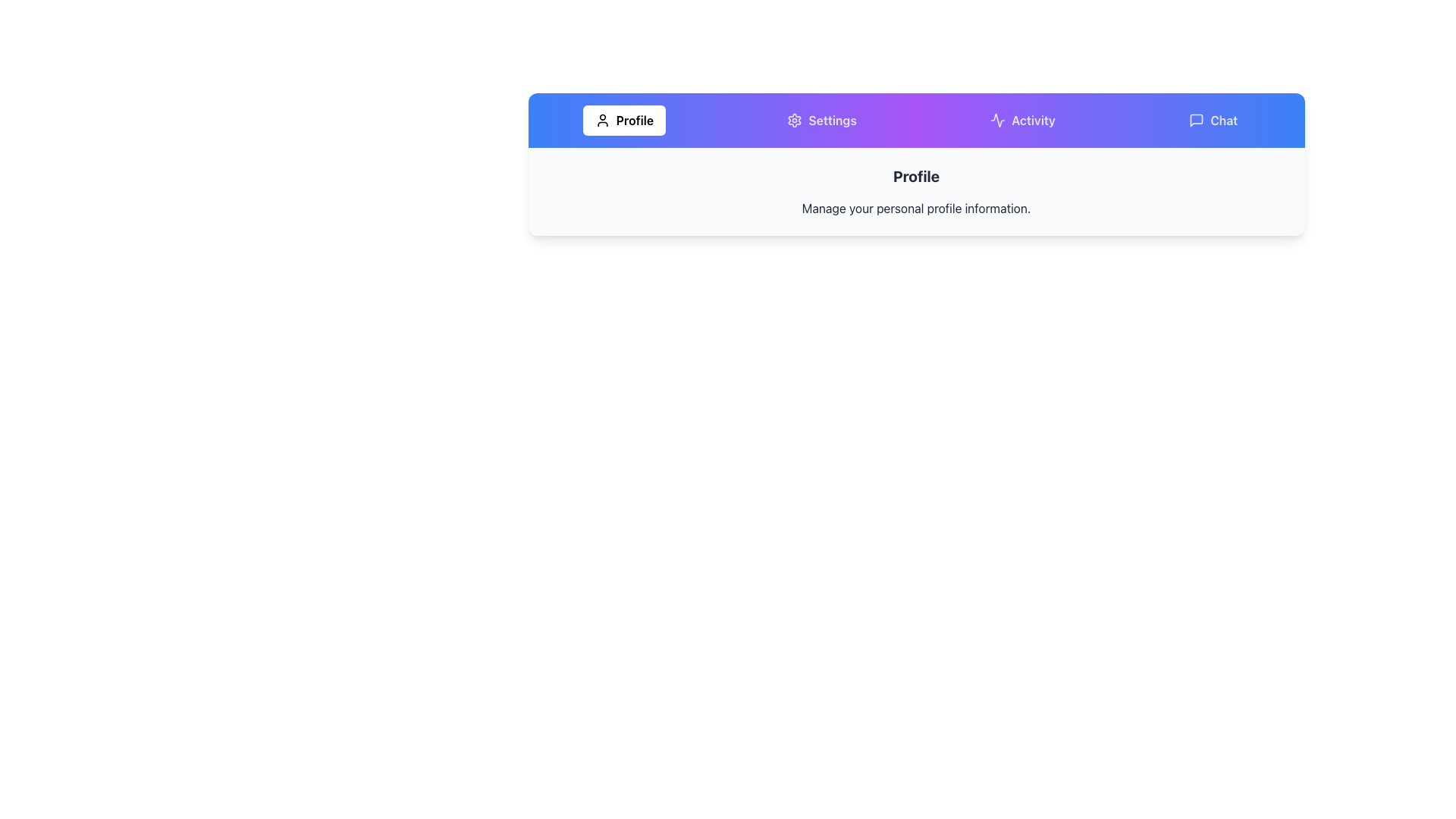 Image resolution: width=1456 pixels, height=819 pixels. I want to click on the user icon, which is a stylized outline of a person with a circular head and a half-circle body, located to the left of the 'Profile' text in the top-left quadrant of the main interface header, so click(601, 119).